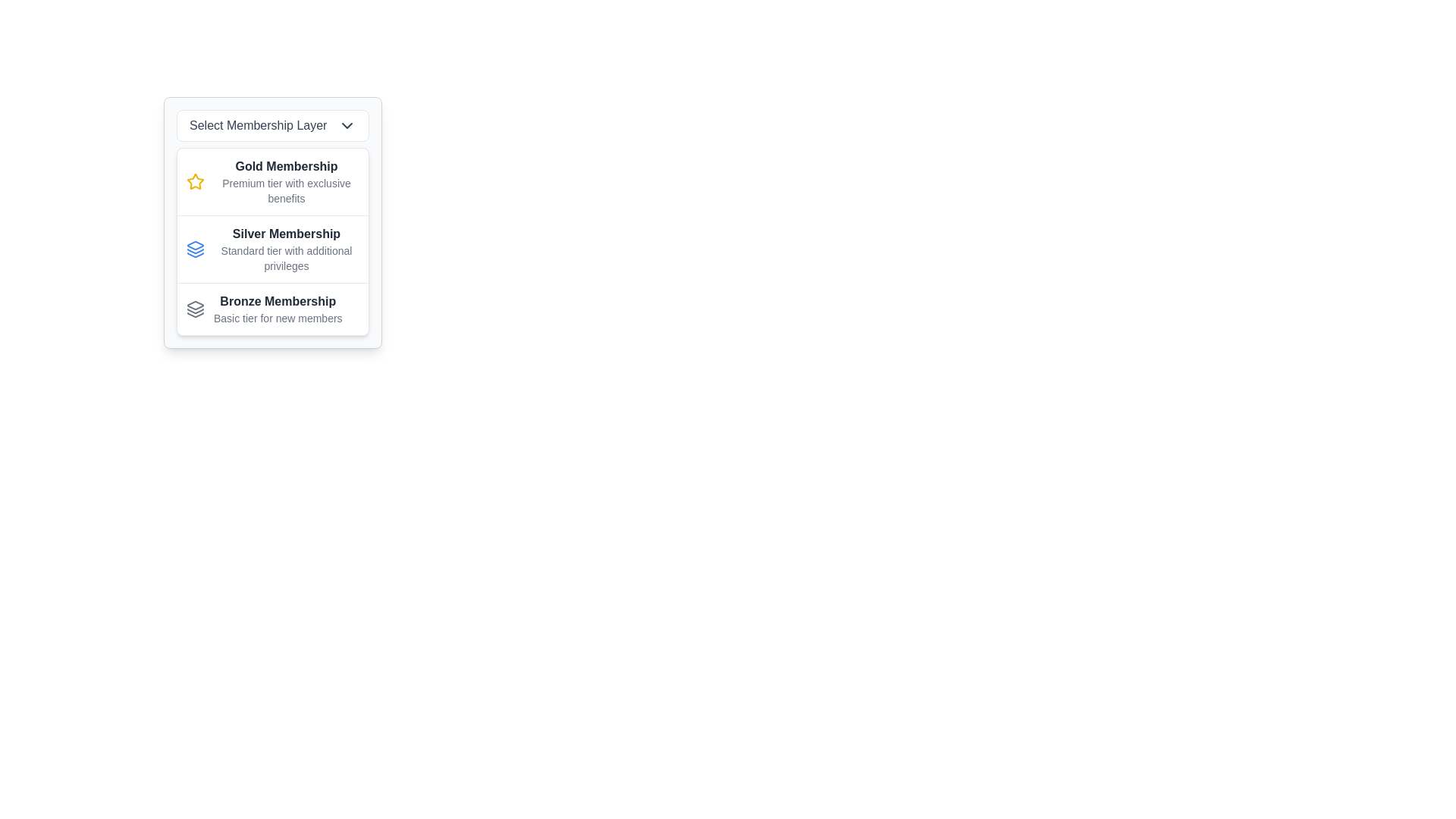  I want to click on the 'Gold Membership' tier represented, so click(195, 180).